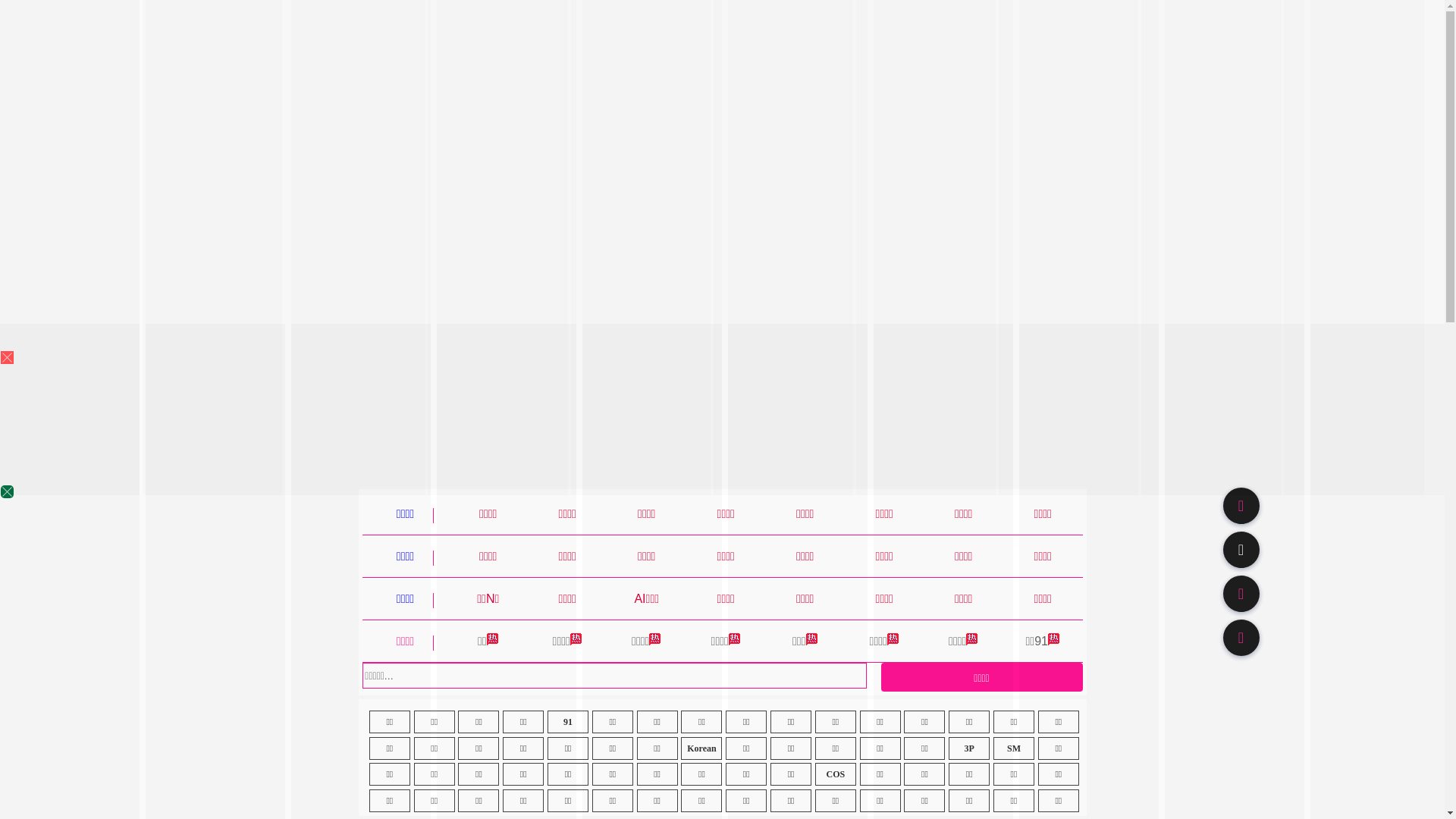 Image resolution: width=1456 pixels, height=819 pixels. I want to click on '91TV', so click(1241, 593).